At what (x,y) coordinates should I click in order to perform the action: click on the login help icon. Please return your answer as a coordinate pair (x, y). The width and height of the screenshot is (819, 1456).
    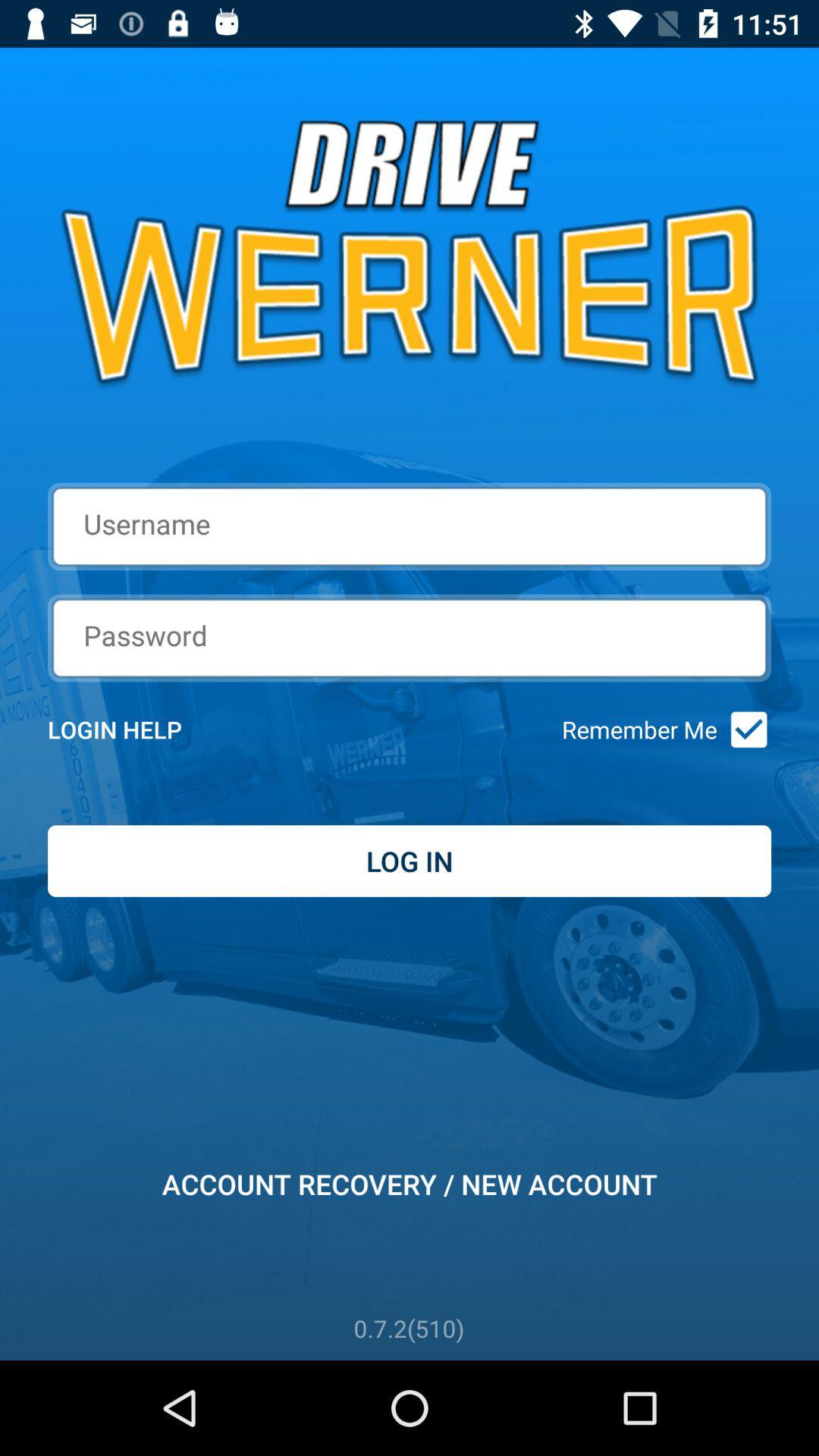
    Looking at the image, I should click on (134, 730).